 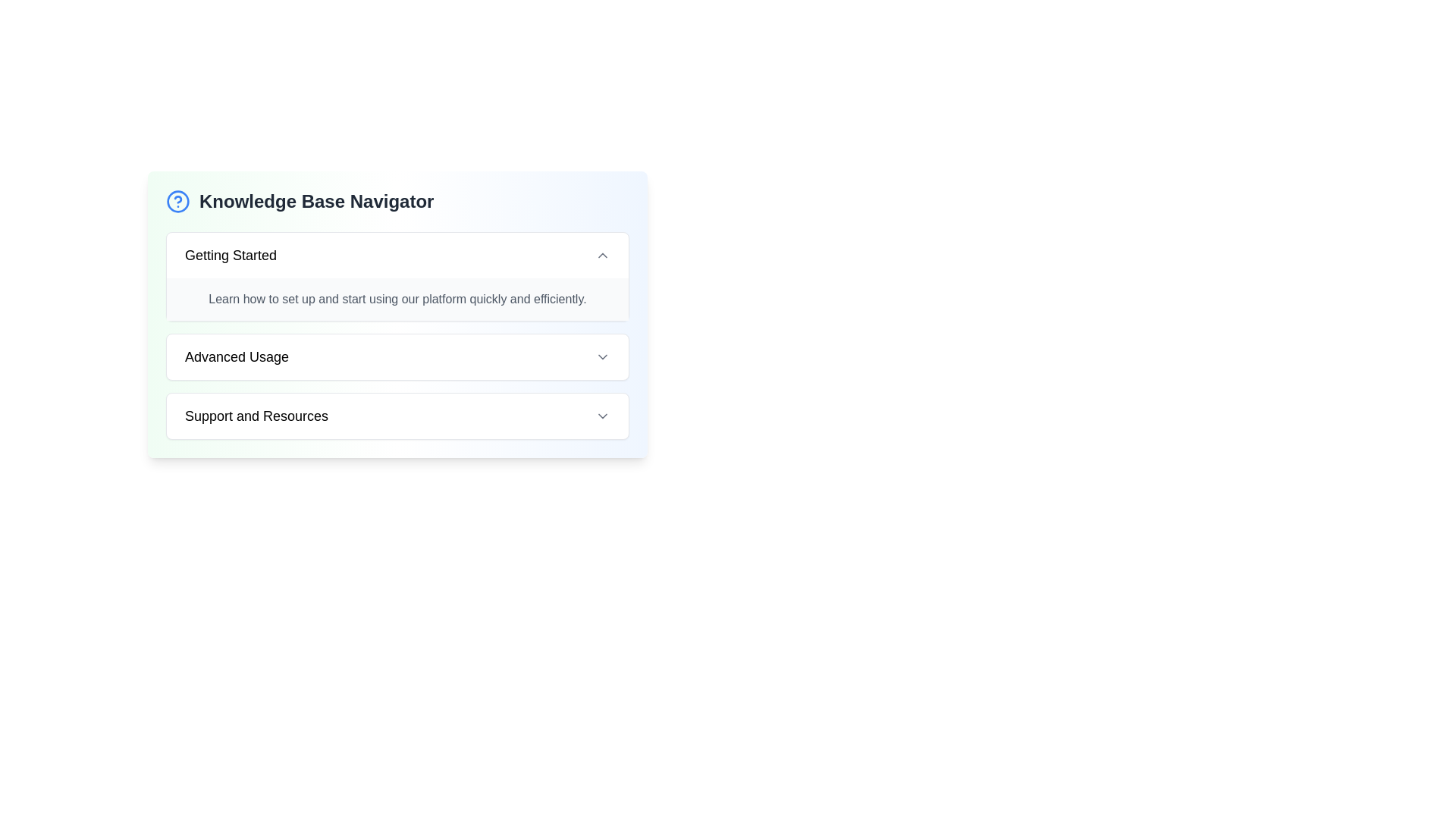 I want to click on the downward-pointing chevron icon with a gray stroke color located in the right section of the 'Support and Resources' header for visual feedback, so click(x=602, y=416).